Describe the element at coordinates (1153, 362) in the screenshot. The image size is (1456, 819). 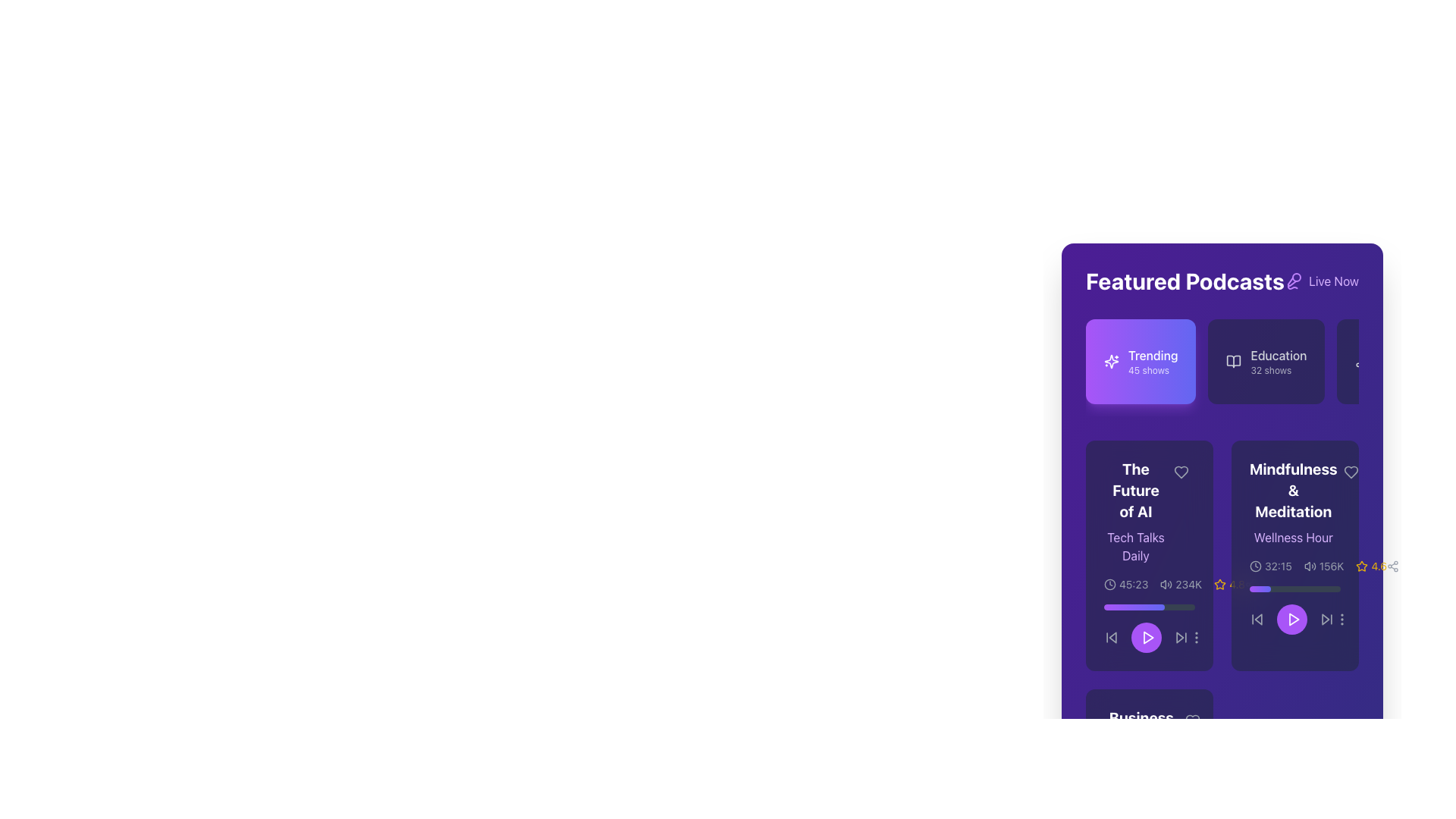
I see `the text element that displays 'Trending' and '45 shows' within the top-left card of the 'Featured Podcasts' section for additional visual feedback` at that location.